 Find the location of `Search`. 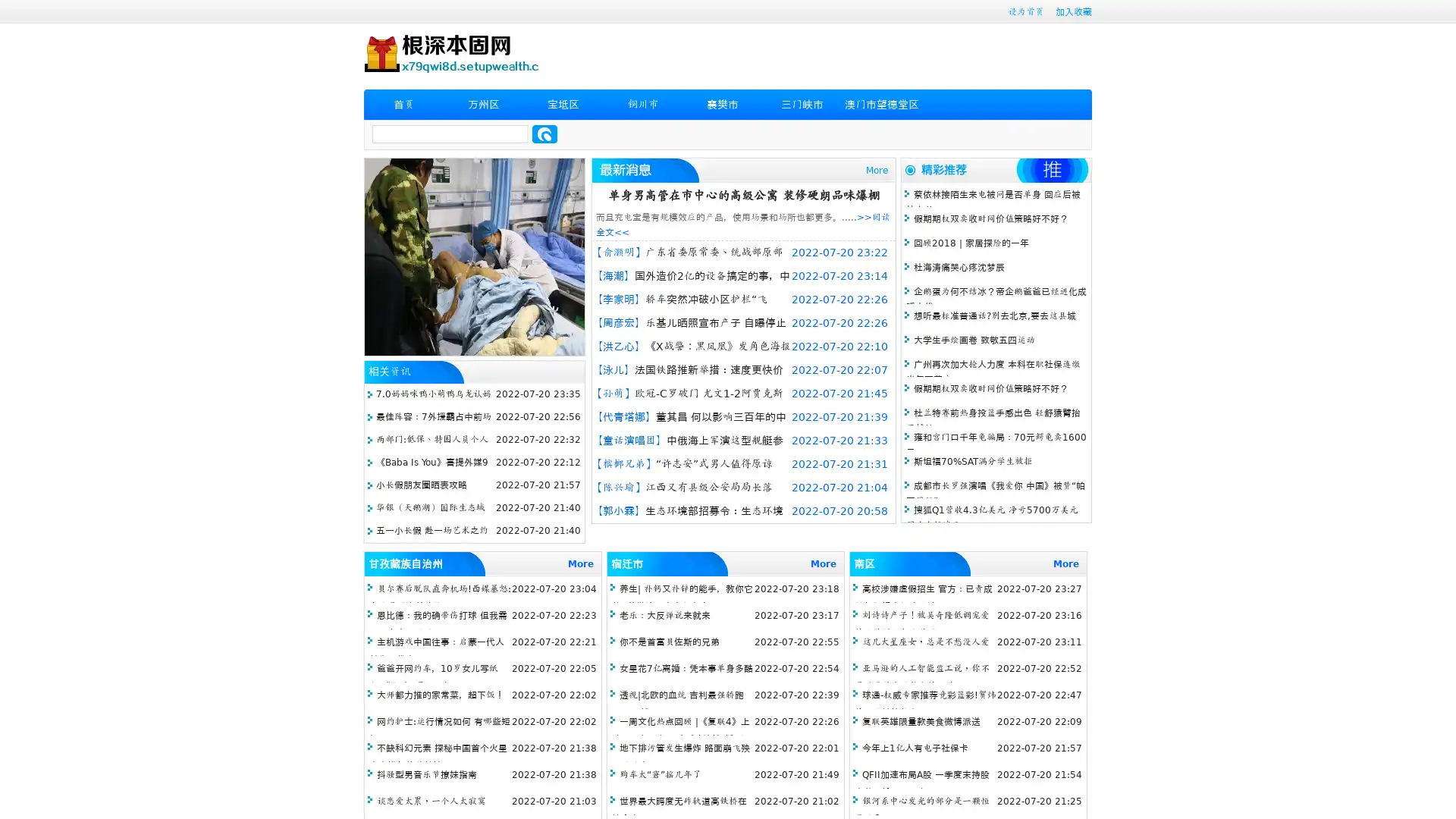

Search is located at coordinates (544, 133).